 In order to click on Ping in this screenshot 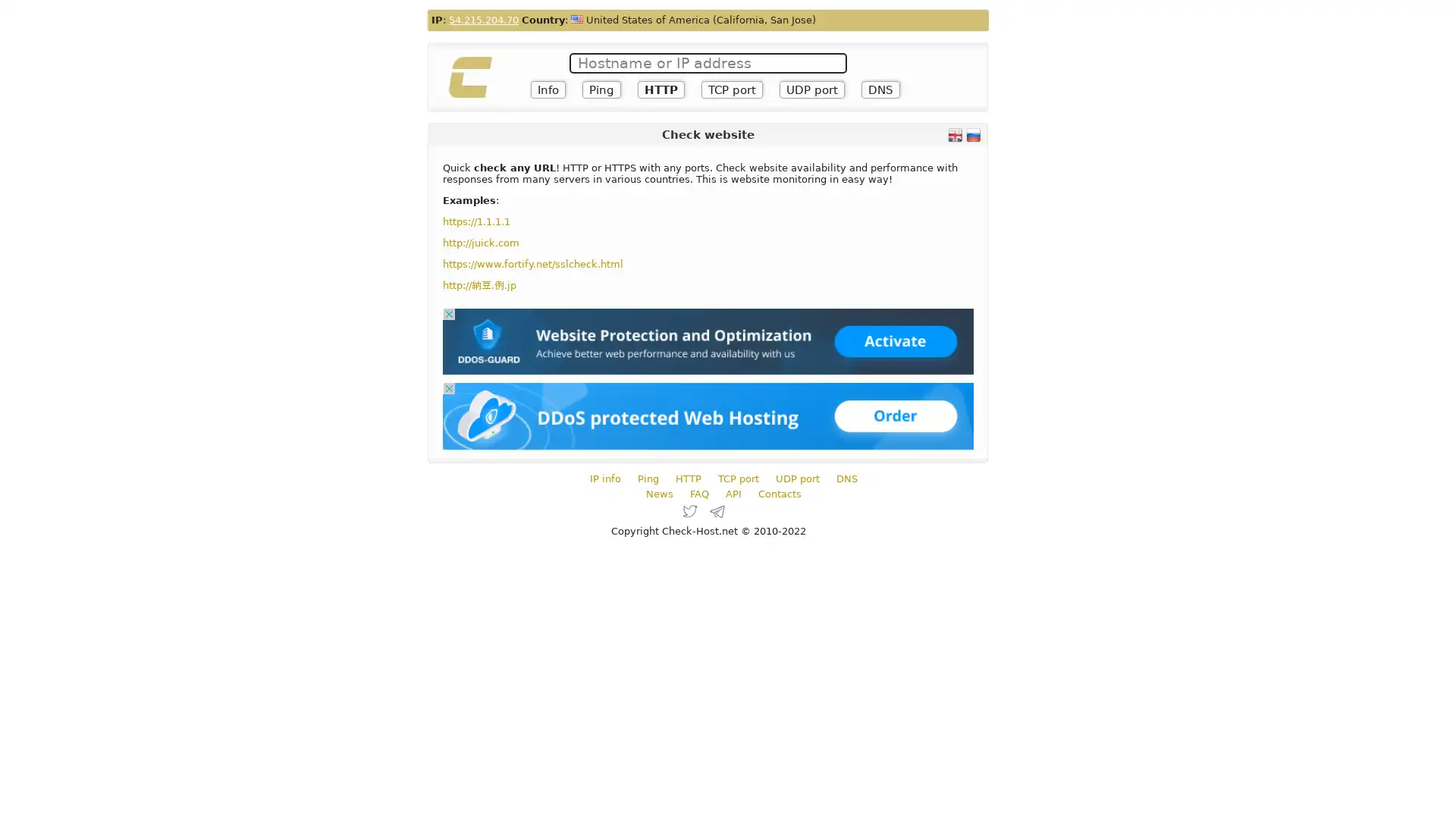, I will do `click(600, 89)`.